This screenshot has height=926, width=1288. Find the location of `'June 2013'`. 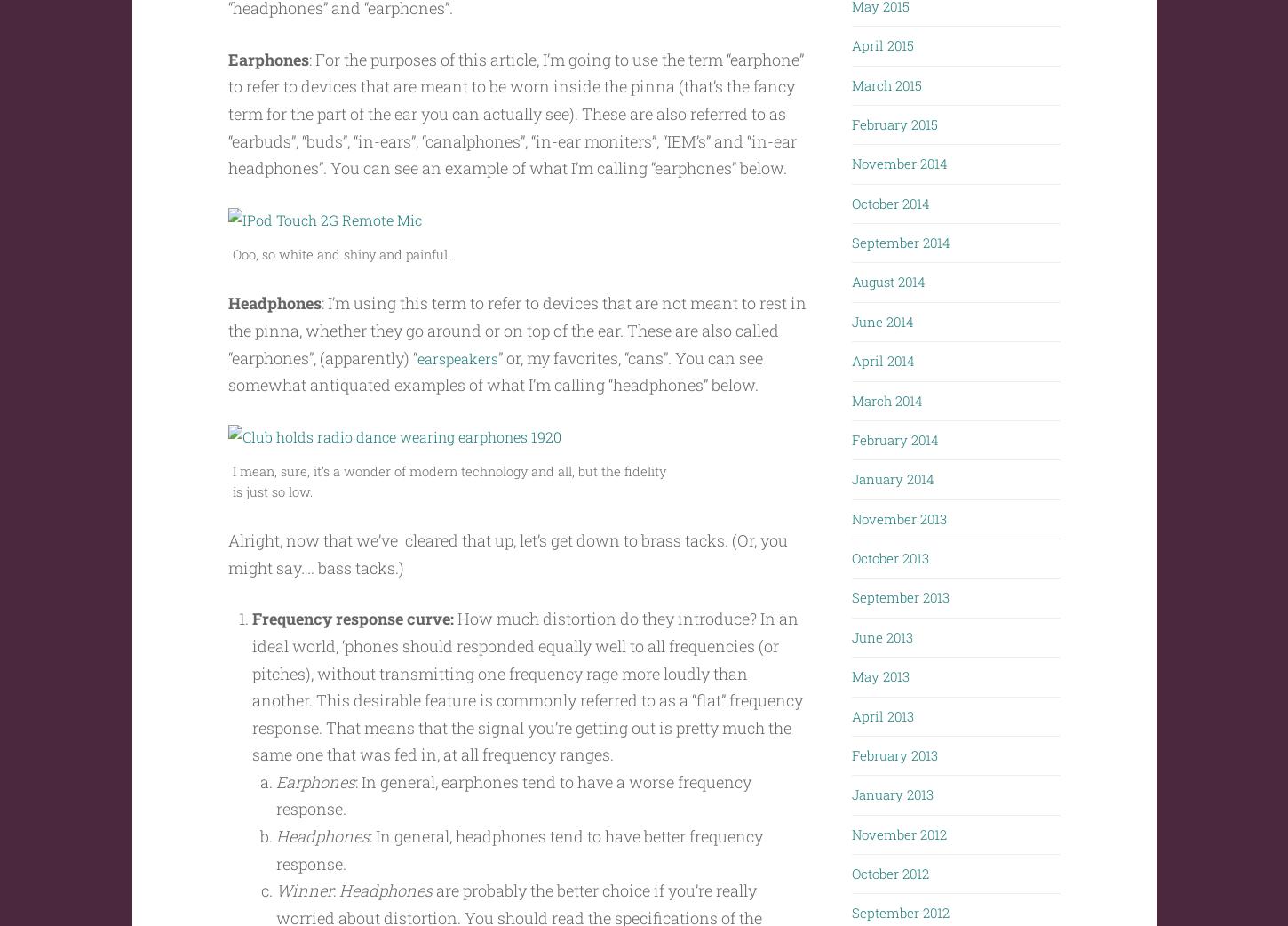

'June 2013' is located at coordinates (851, 631).